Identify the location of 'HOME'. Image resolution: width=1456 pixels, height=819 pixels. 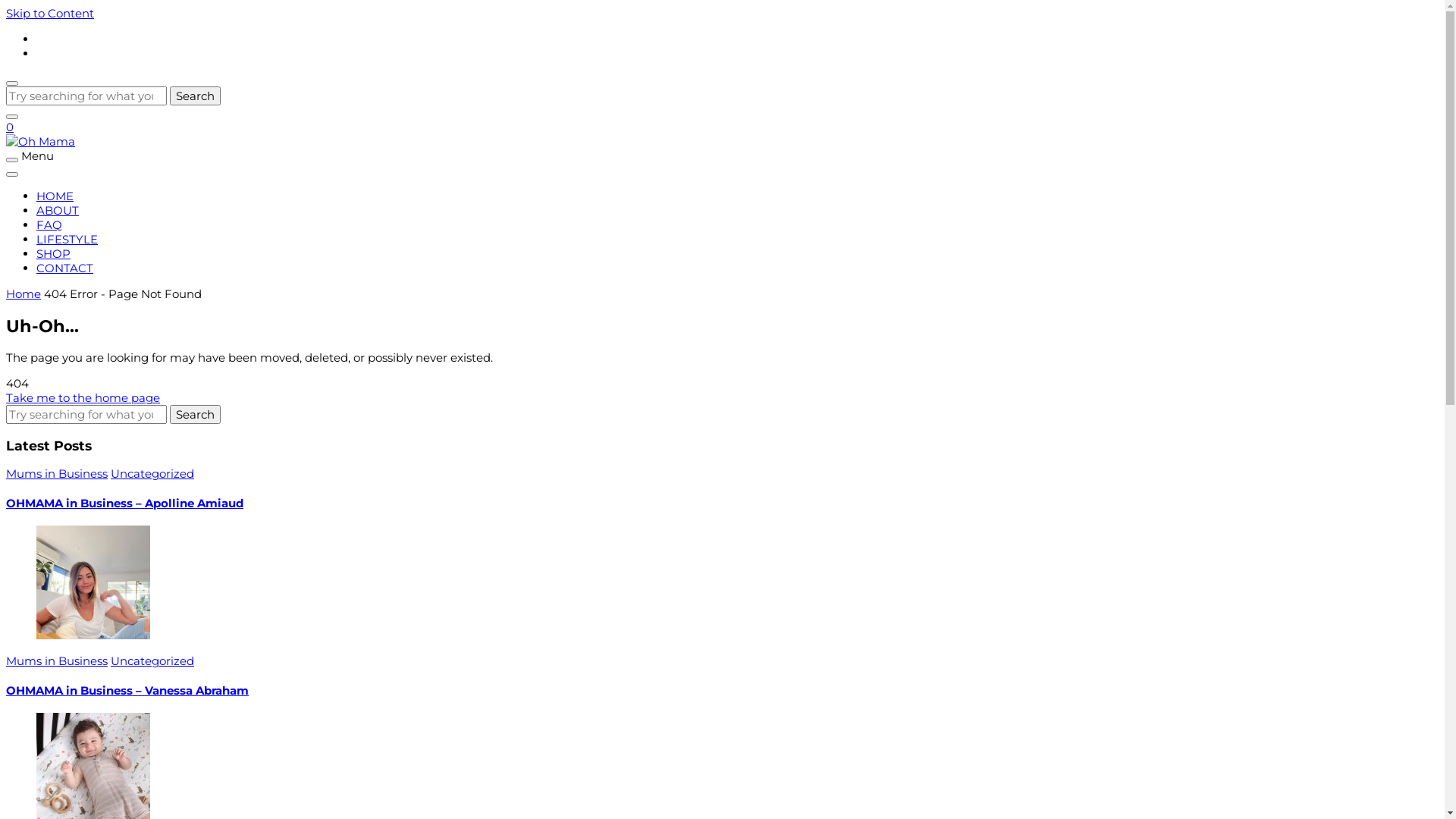
(55, 195).